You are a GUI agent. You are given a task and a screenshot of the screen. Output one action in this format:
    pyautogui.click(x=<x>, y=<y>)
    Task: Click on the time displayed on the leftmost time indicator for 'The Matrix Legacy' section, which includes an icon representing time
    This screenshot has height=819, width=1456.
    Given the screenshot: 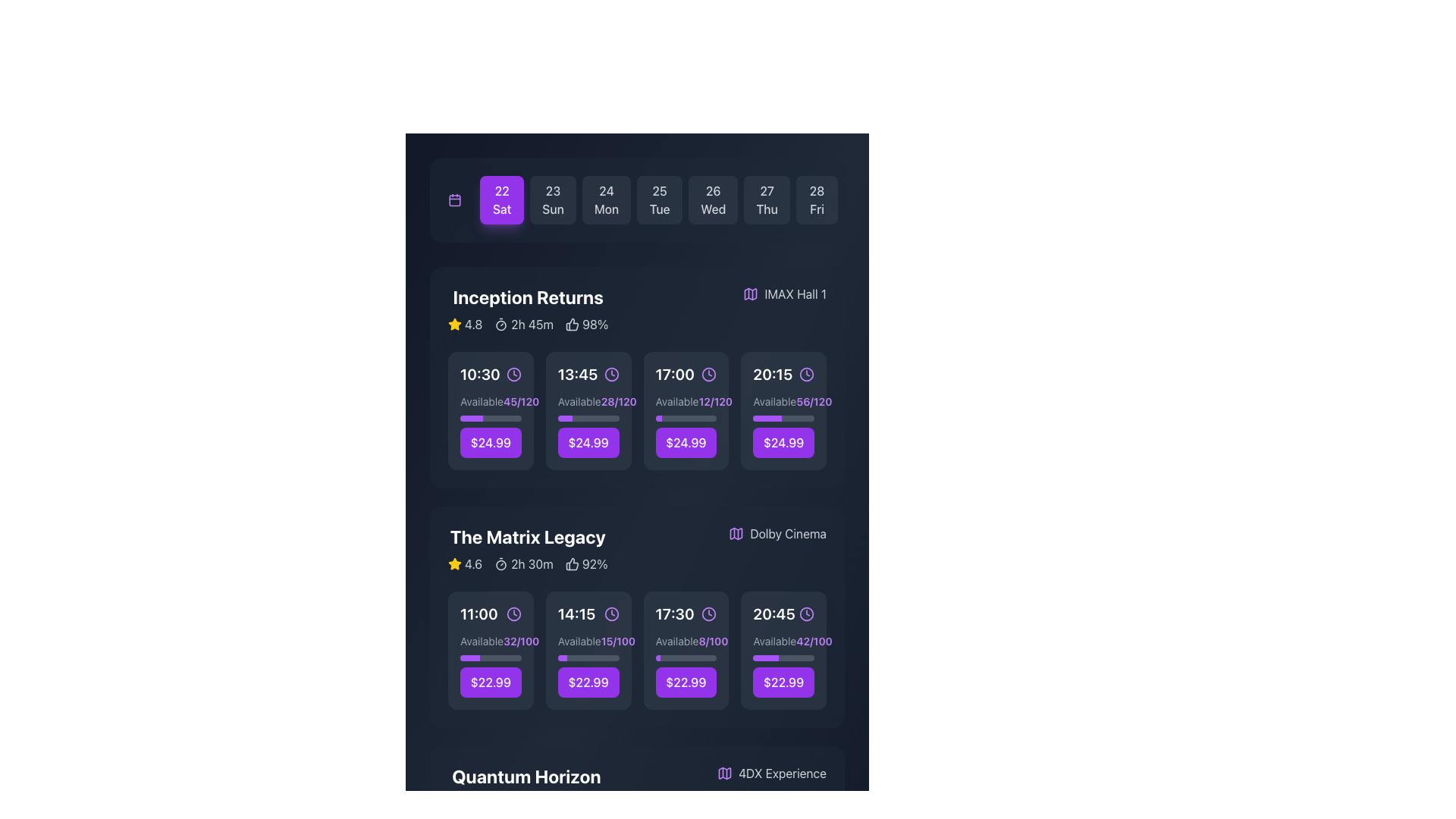 What is the action you would take?
    pyautogui.click(x=491, y=614)
    